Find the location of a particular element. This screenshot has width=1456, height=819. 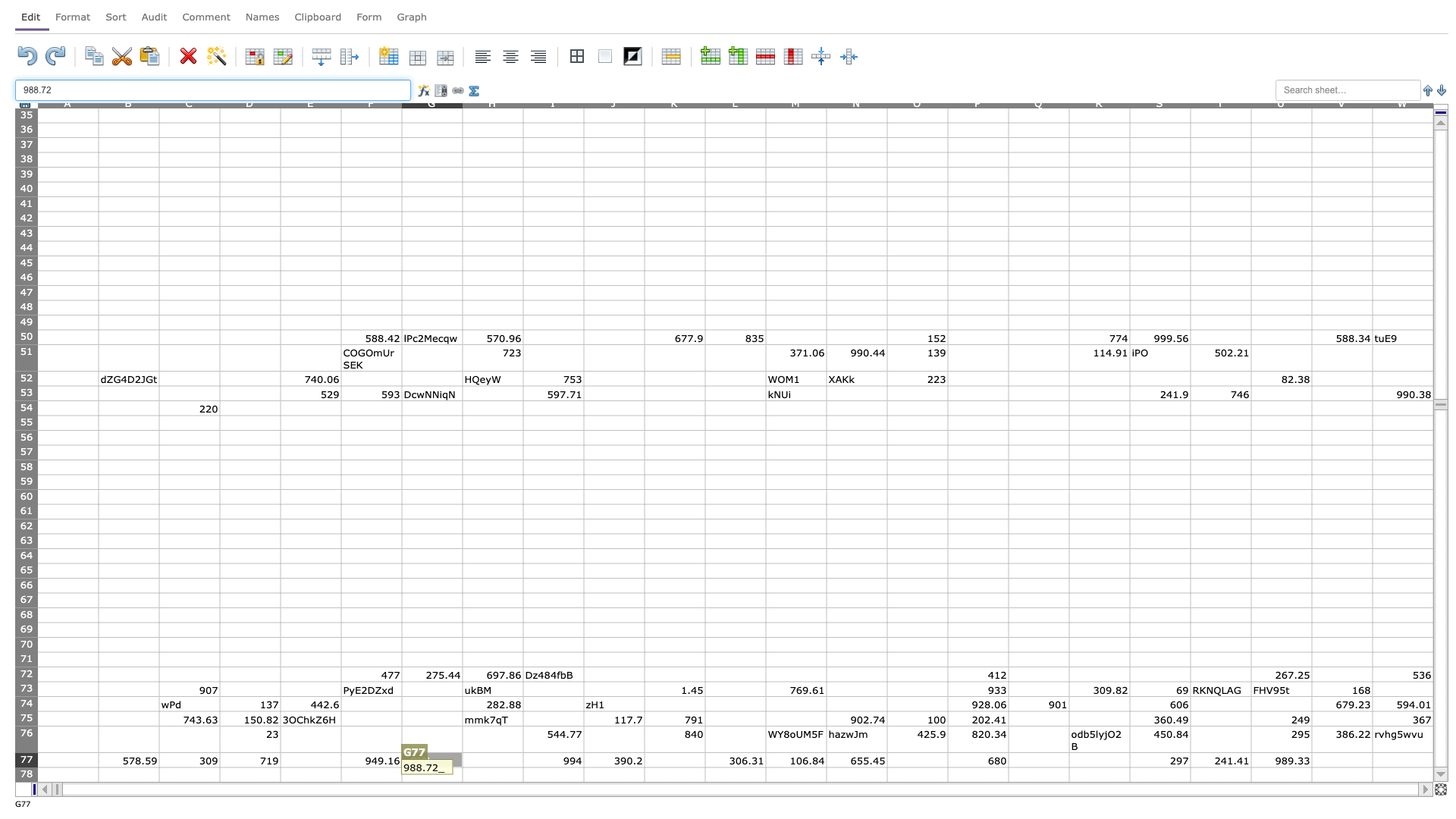

Top left corner at position H78 is located at coordinates (461, 767).